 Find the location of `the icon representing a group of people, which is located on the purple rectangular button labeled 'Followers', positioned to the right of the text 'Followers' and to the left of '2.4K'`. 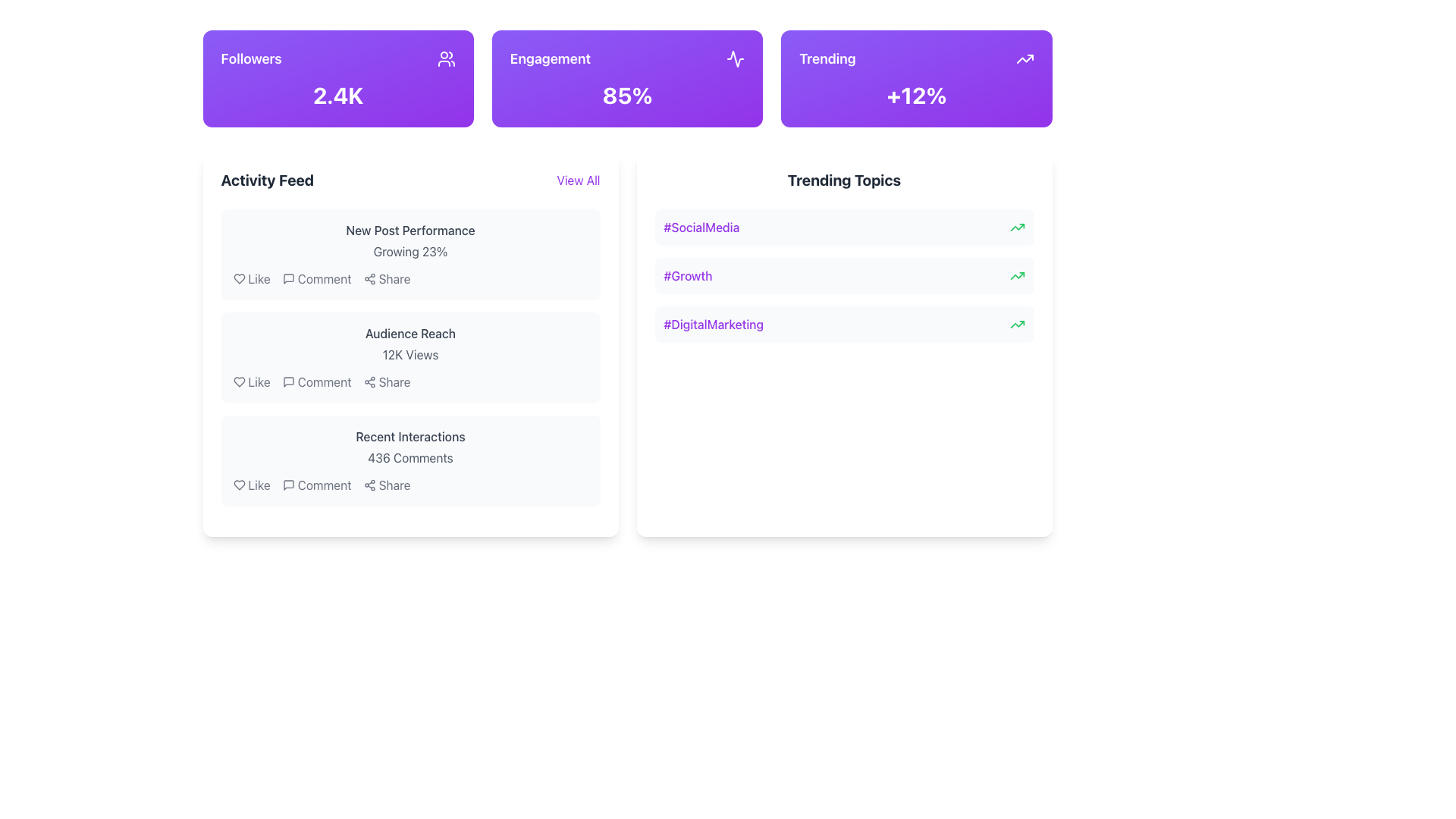

the icon representing a group of people, which is located on the purple rectangular button labeled 'Followers', positioned to the right of the text 'Followers' and to the left of '2.4K' is located at coordinates (445, 58).